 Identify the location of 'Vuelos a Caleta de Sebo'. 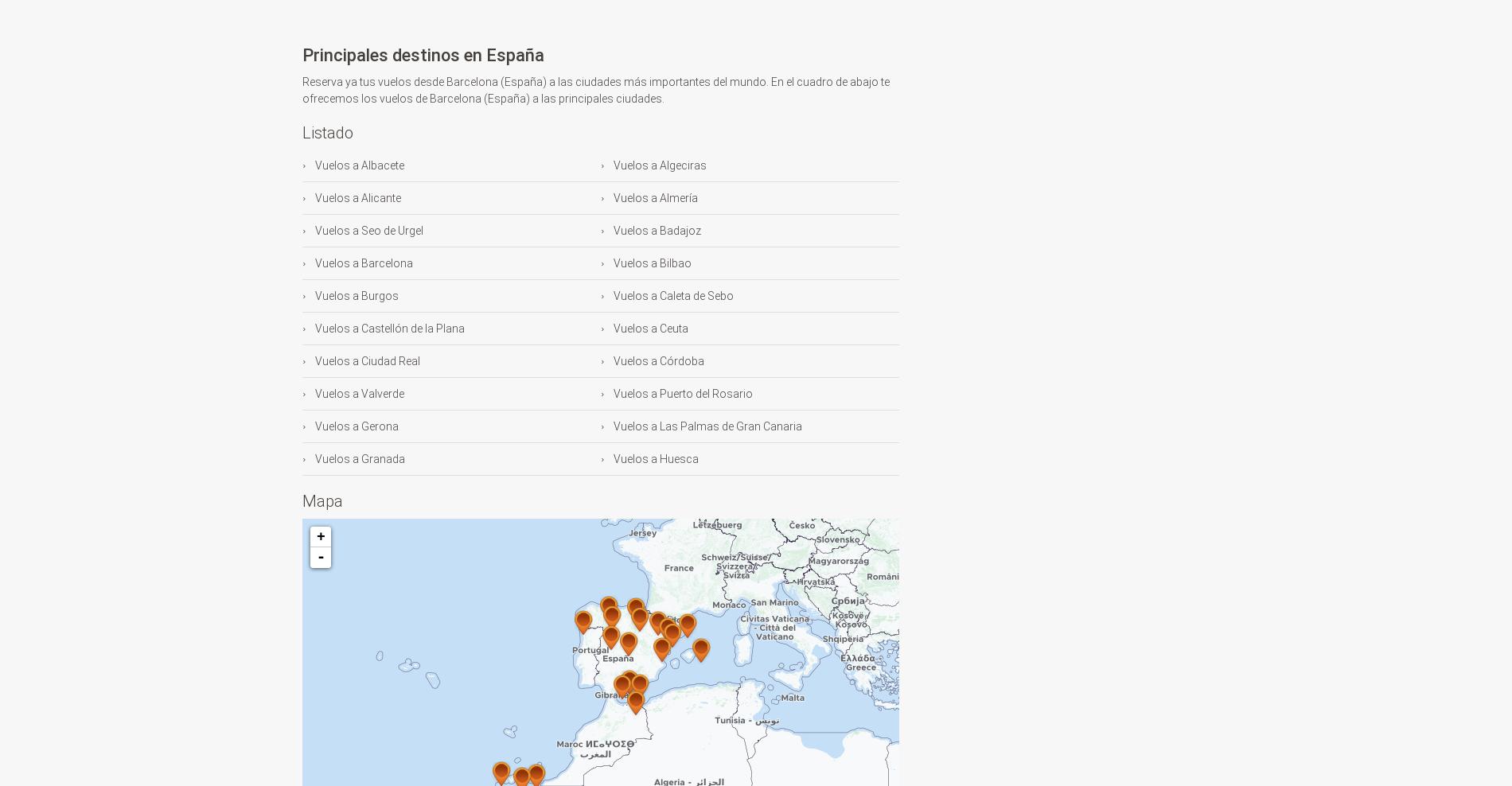
(671, 294).